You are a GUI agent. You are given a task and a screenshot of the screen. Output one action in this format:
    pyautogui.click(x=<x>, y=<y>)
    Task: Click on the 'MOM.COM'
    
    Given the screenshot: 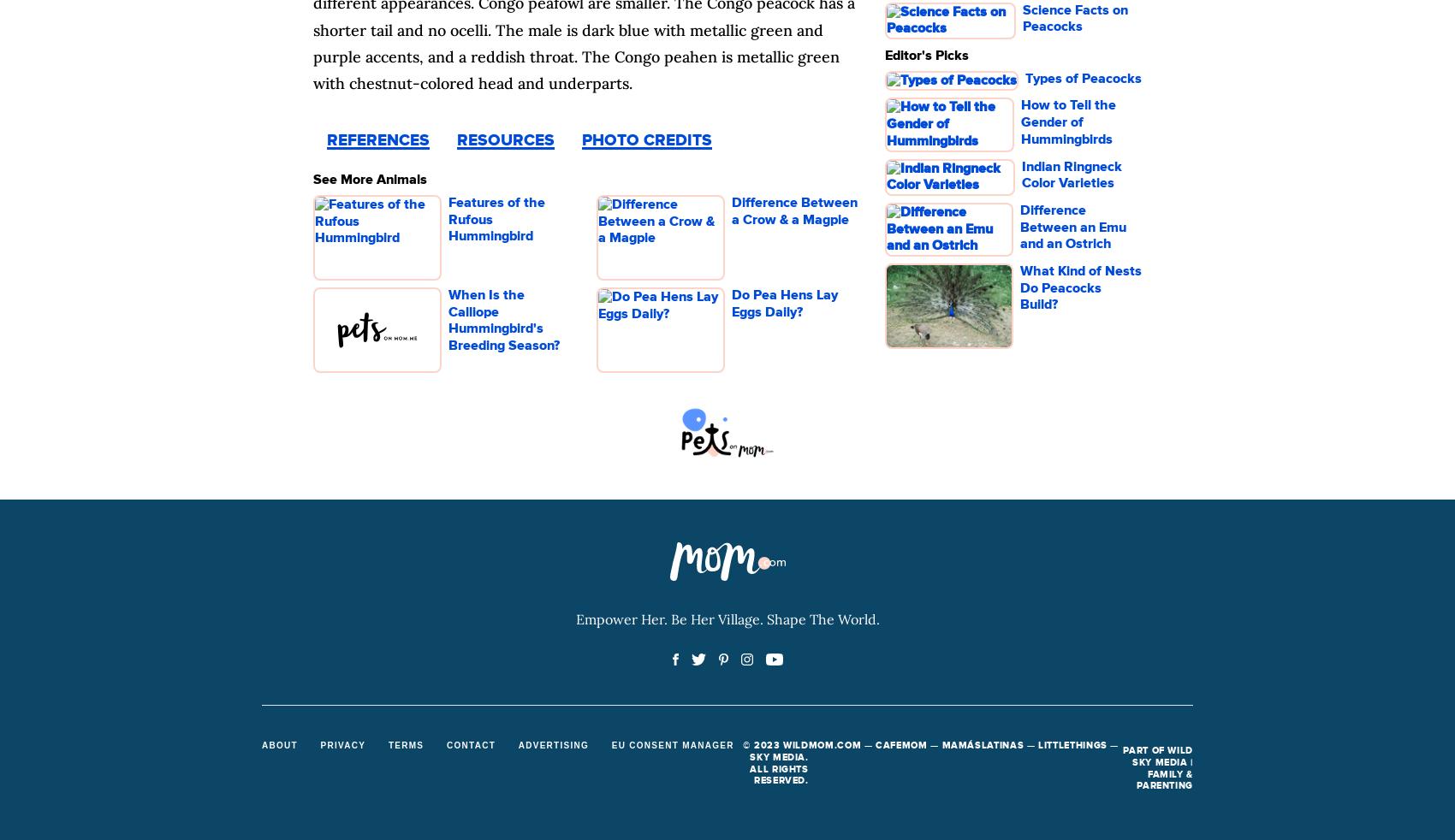 What is the action you would take?
    pyautogui.click(x=833, y=744)
    